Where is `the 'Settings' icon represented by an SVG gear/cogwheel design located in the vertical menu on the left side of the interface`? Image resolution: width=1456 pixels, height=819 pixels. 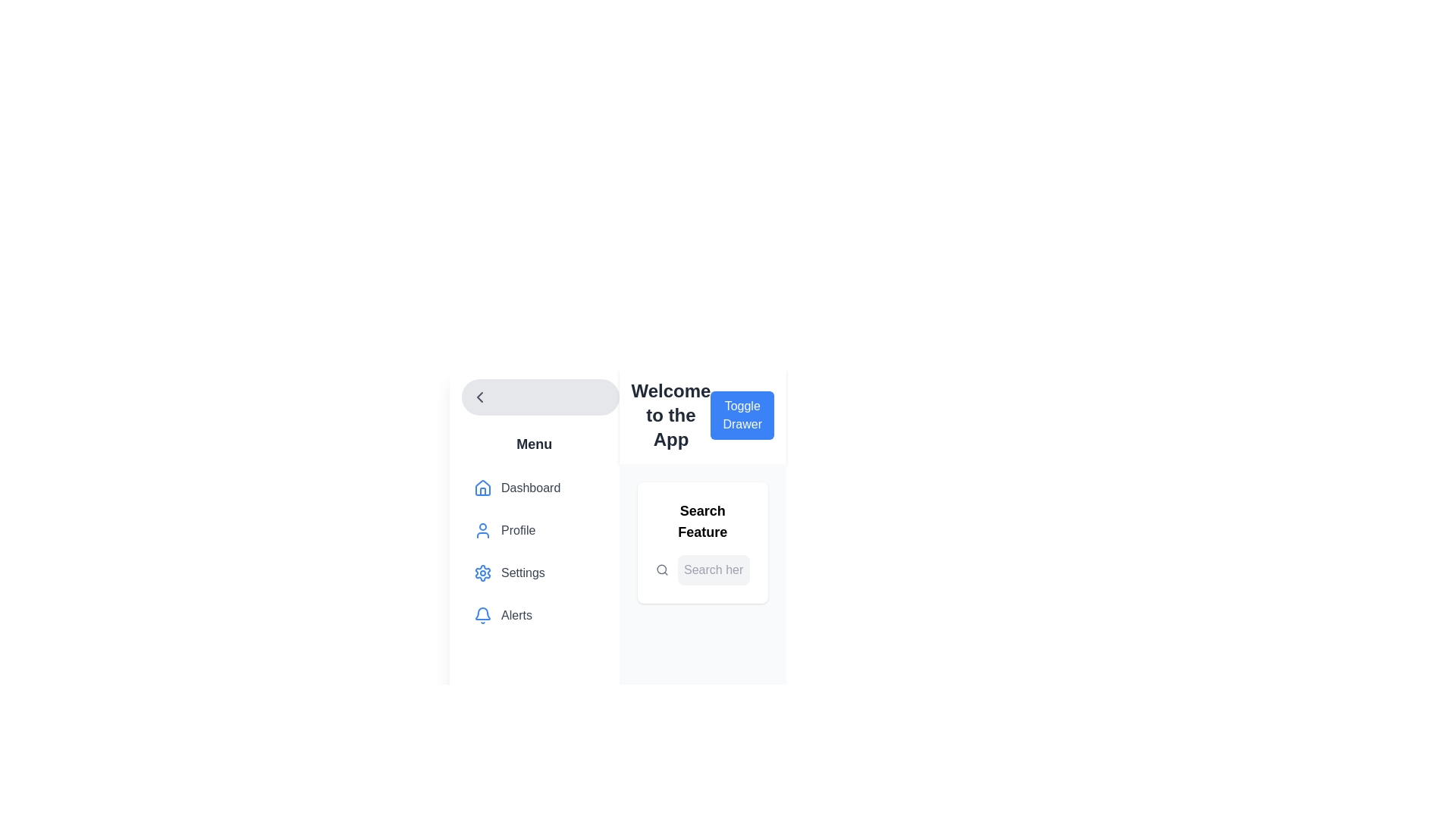
the 'Settings' icon represented by an SVG gear/cogwheel design located in the vertical menu on the left side of the interface is located at coordinates (482, 573).